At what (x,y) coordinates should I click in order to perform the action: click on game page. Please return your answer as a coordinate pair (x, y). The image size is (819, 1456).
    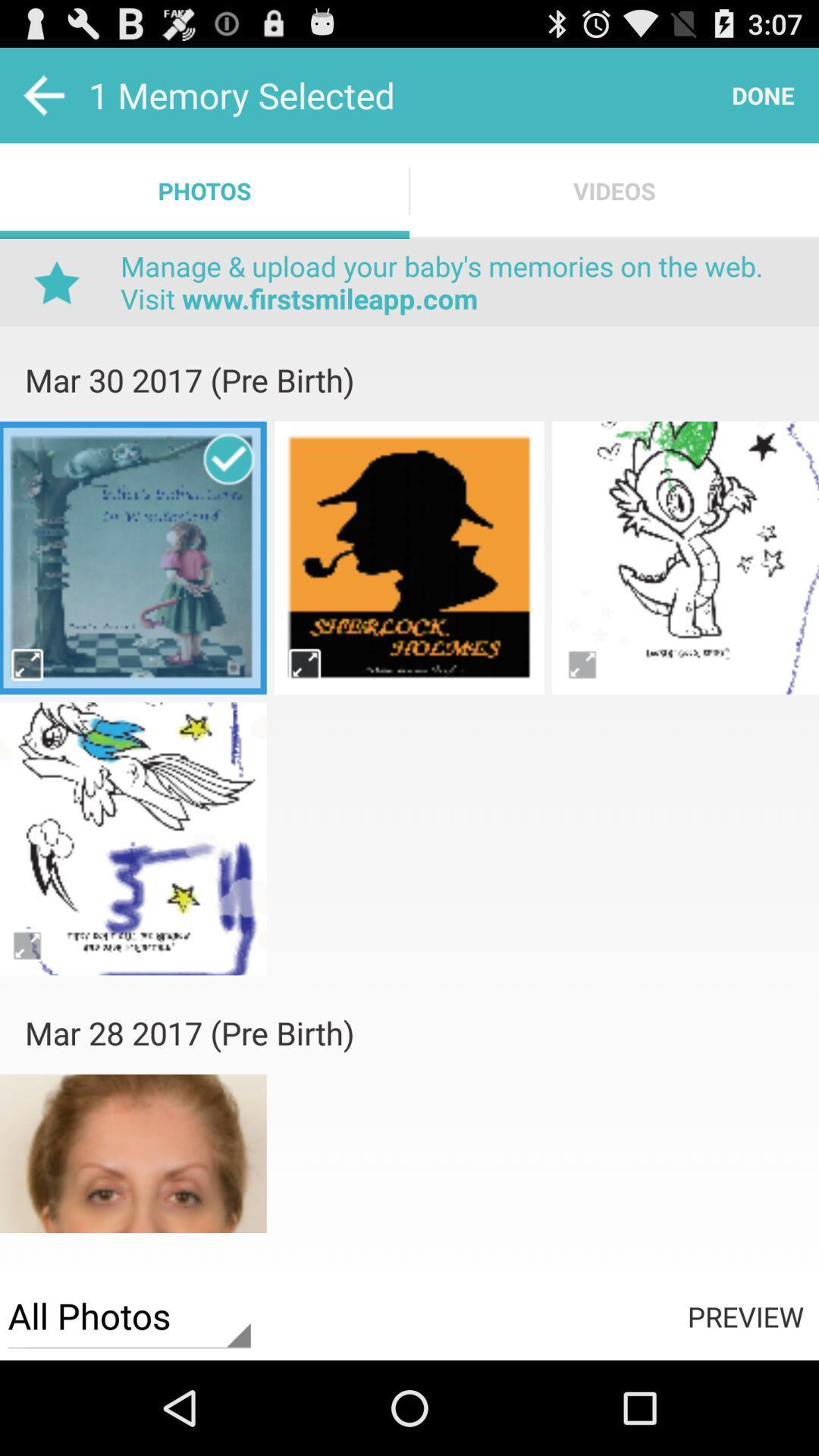
    Looking at the image, I should click on (686, 557).